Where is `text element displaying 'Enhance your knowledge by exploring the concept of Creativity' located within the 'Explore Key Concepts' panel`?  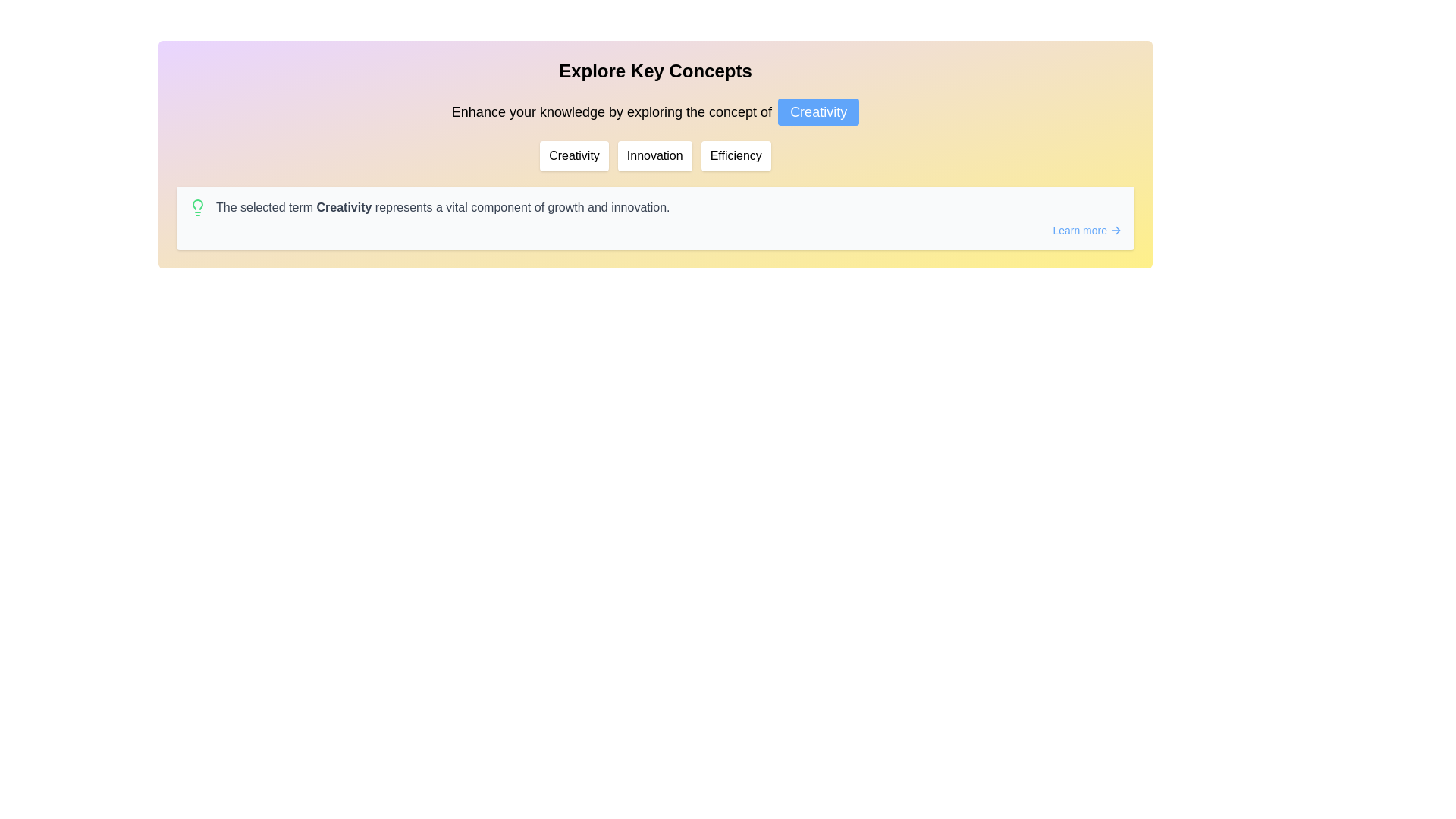 text element displaying 'Enhance your knowledge by exploring the concept of Creativity' located within the 'Explore Key Concepts' panel is located at coordinates (655, 111).